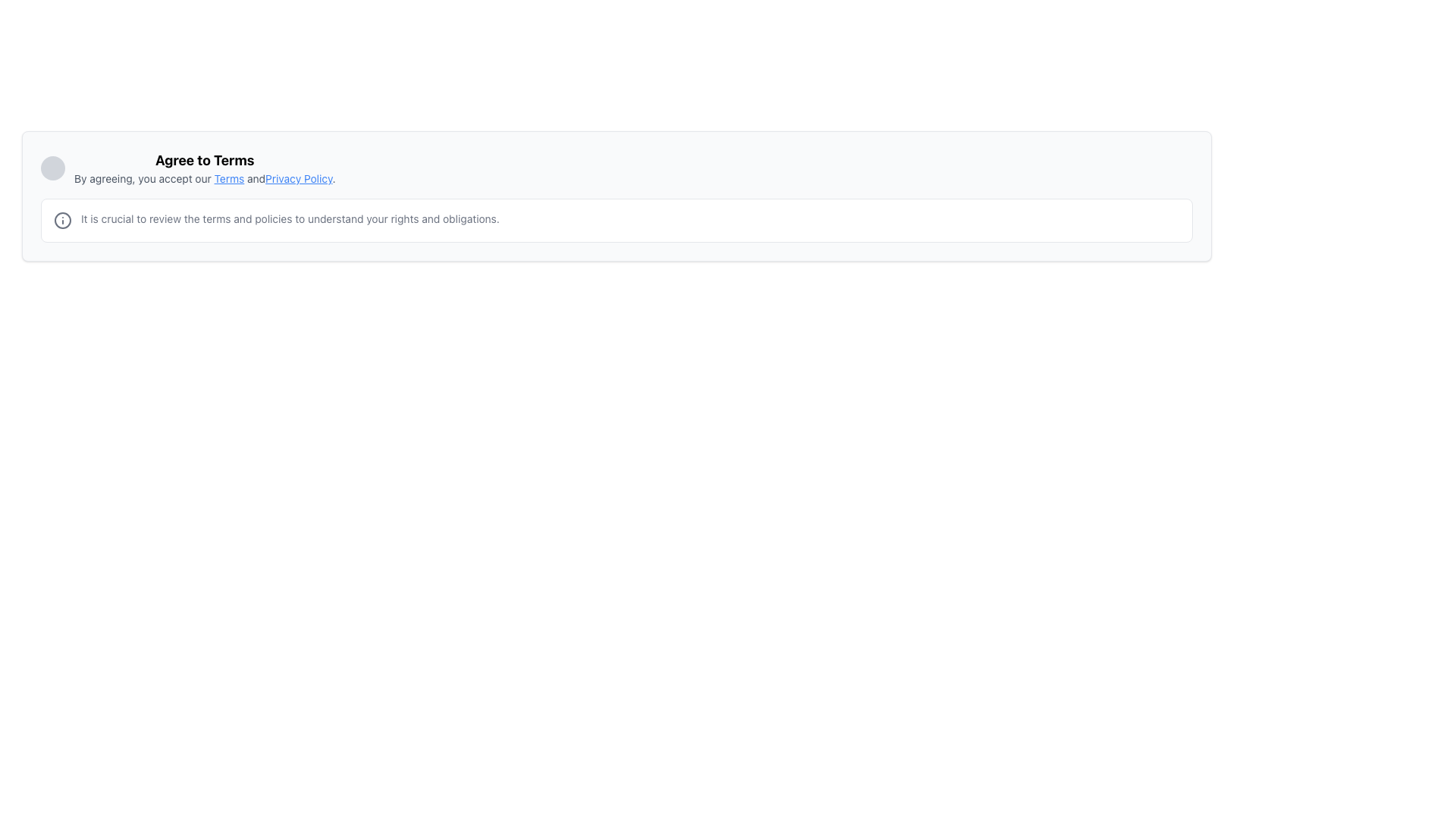 This screenshot has height=819, width=1456. What do you see at coordinates (53, 168) in the screenshot?
I see `the interactive graphic element (possibly a radio button) located at the top left corner of the grouping` at bounding box center [53, 168].